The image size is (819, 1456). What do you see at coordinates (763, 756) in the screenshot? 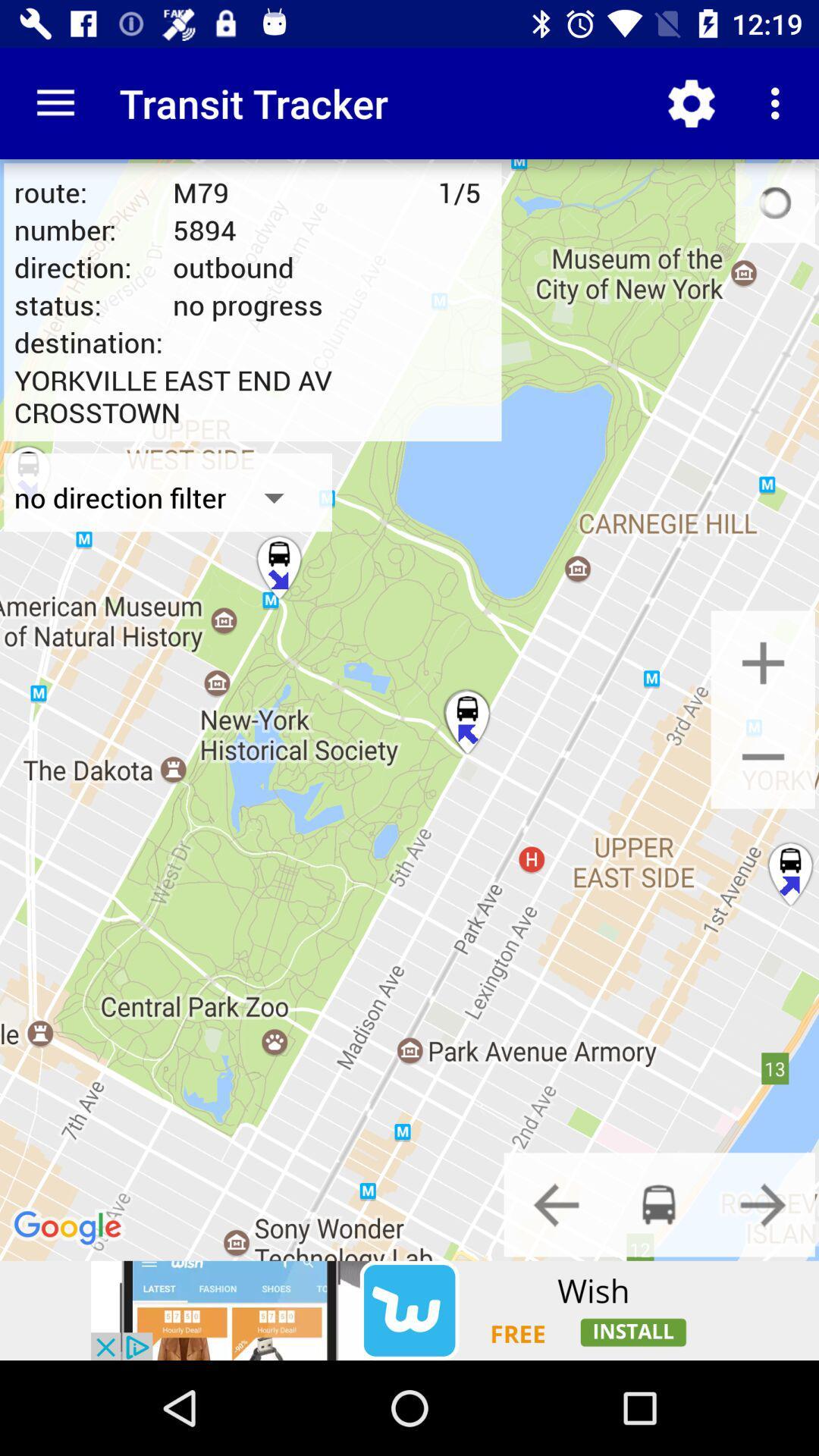
I see `zoom auto` at bounding box center [763, 756].